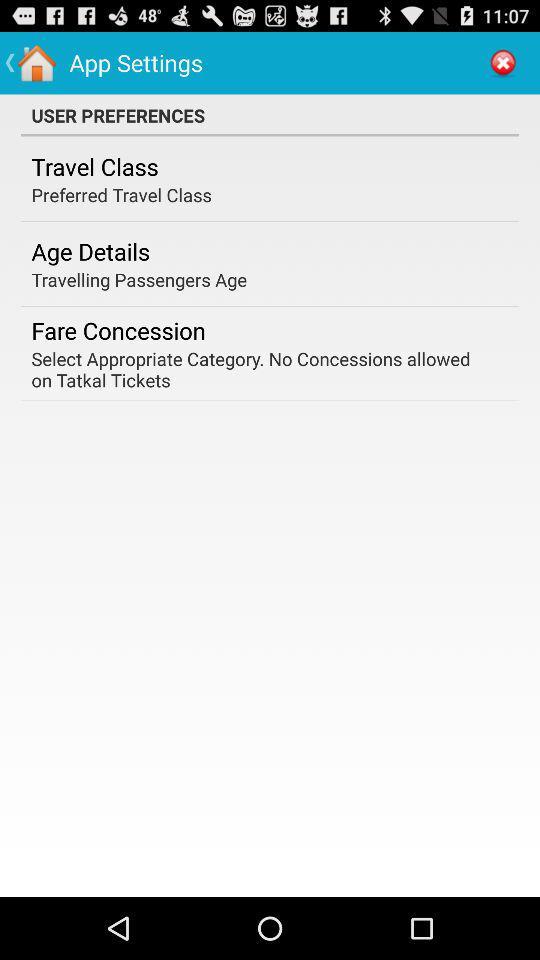  What do you see at coordinates (118, 330) in the screenshot?
I see `the app above the select appropriate category item` at bounding box center [118, 330].